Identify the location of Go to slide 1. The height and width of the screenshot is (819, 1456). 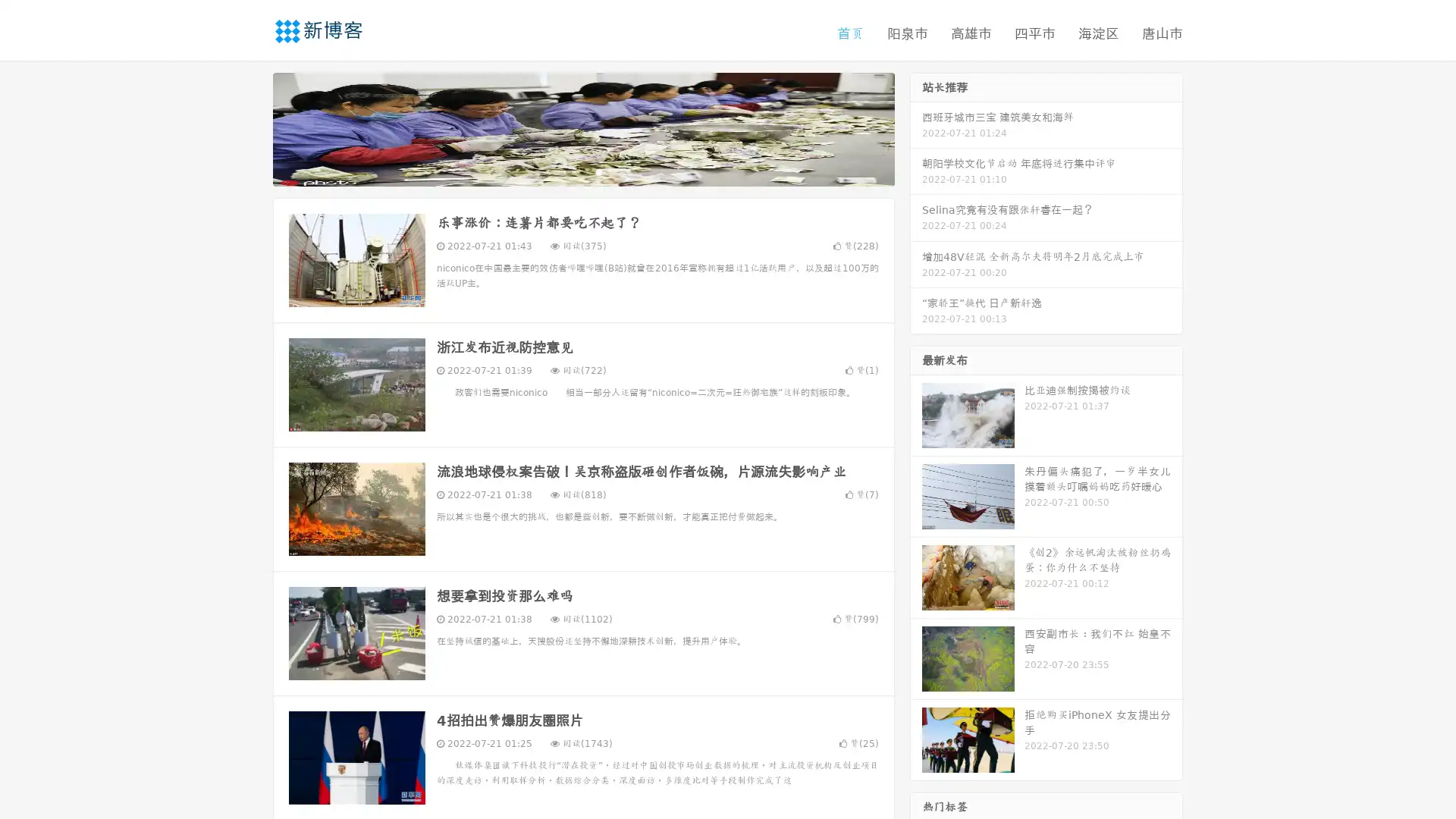
(567, 171).